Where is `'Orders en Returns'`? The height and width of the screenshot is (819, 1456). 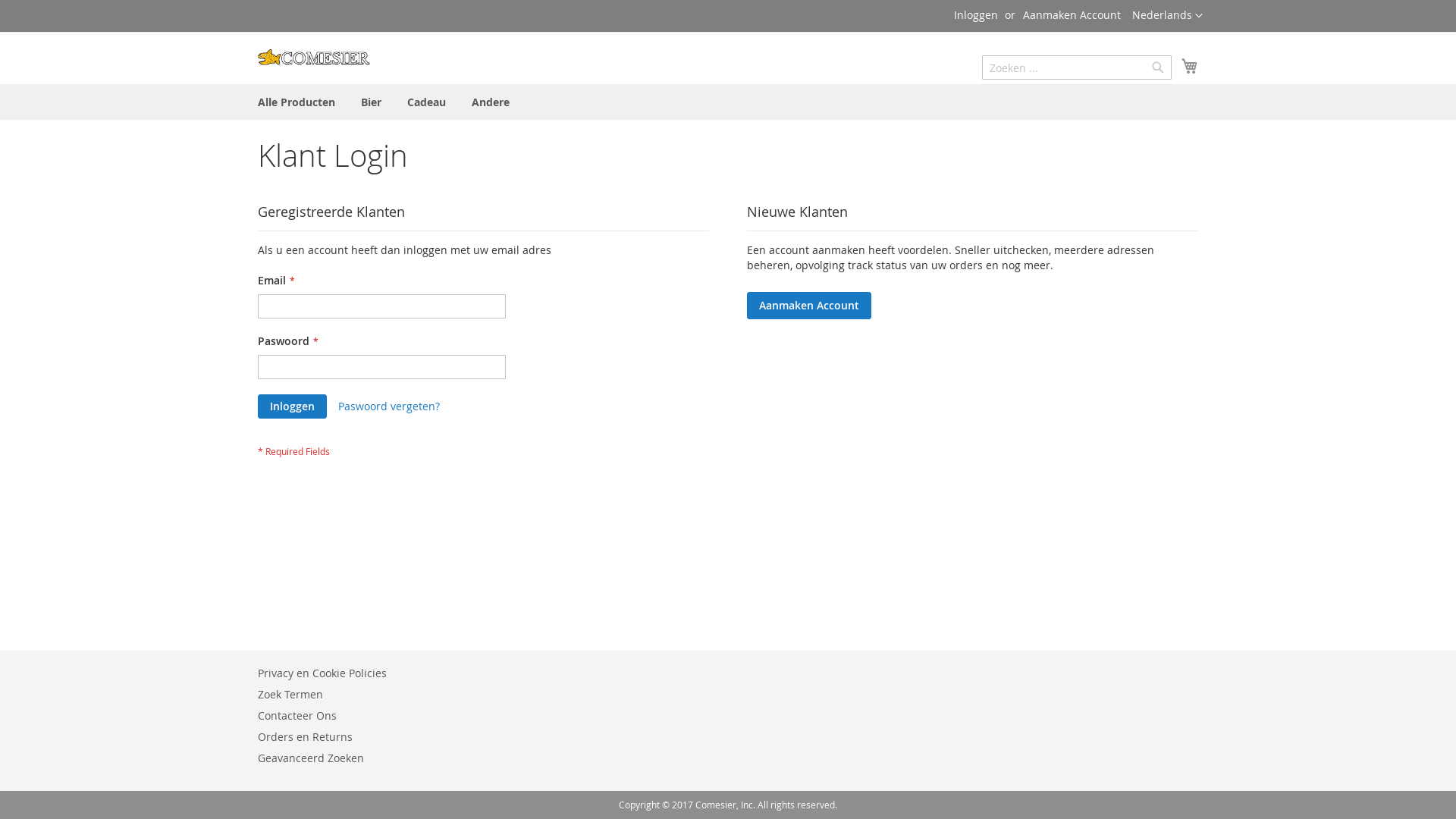
'Orders en Returns' is located at coordinates (304, 736).